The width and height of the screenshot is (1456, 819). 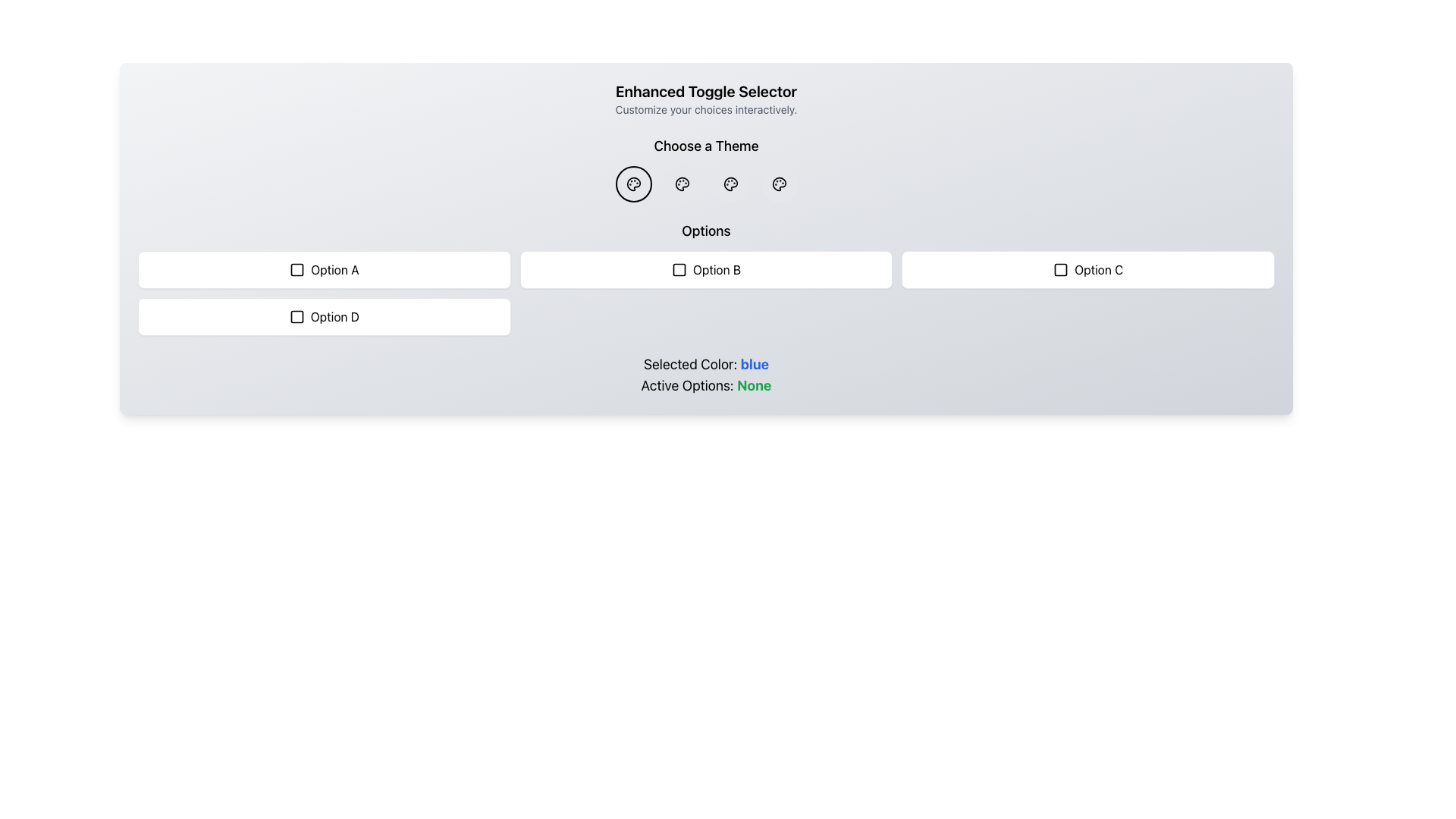 What do you see at coordinates (705, 109) in the screenshot?
I see `the Static Text element that provides guidance about the interactive customization feature, located under the 'Enhanced Toggle Selector' header` at bounding box center [705, 109].